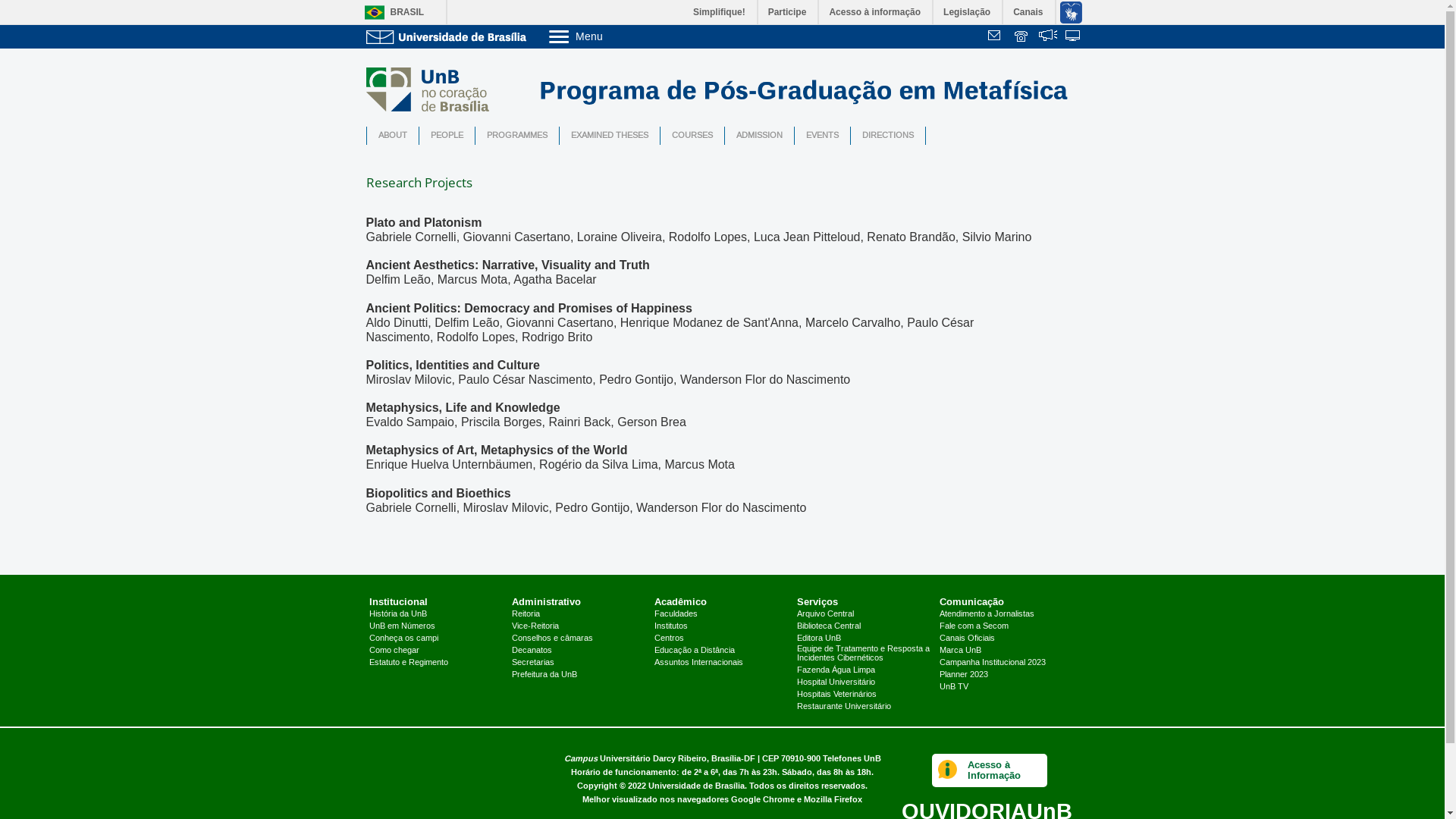 This screenshot has height=819, width=1456. What do you see at coordinates (824, 614) in the screenshot?
I see `'Arquivo Central'` at bounding box center [824, 614].